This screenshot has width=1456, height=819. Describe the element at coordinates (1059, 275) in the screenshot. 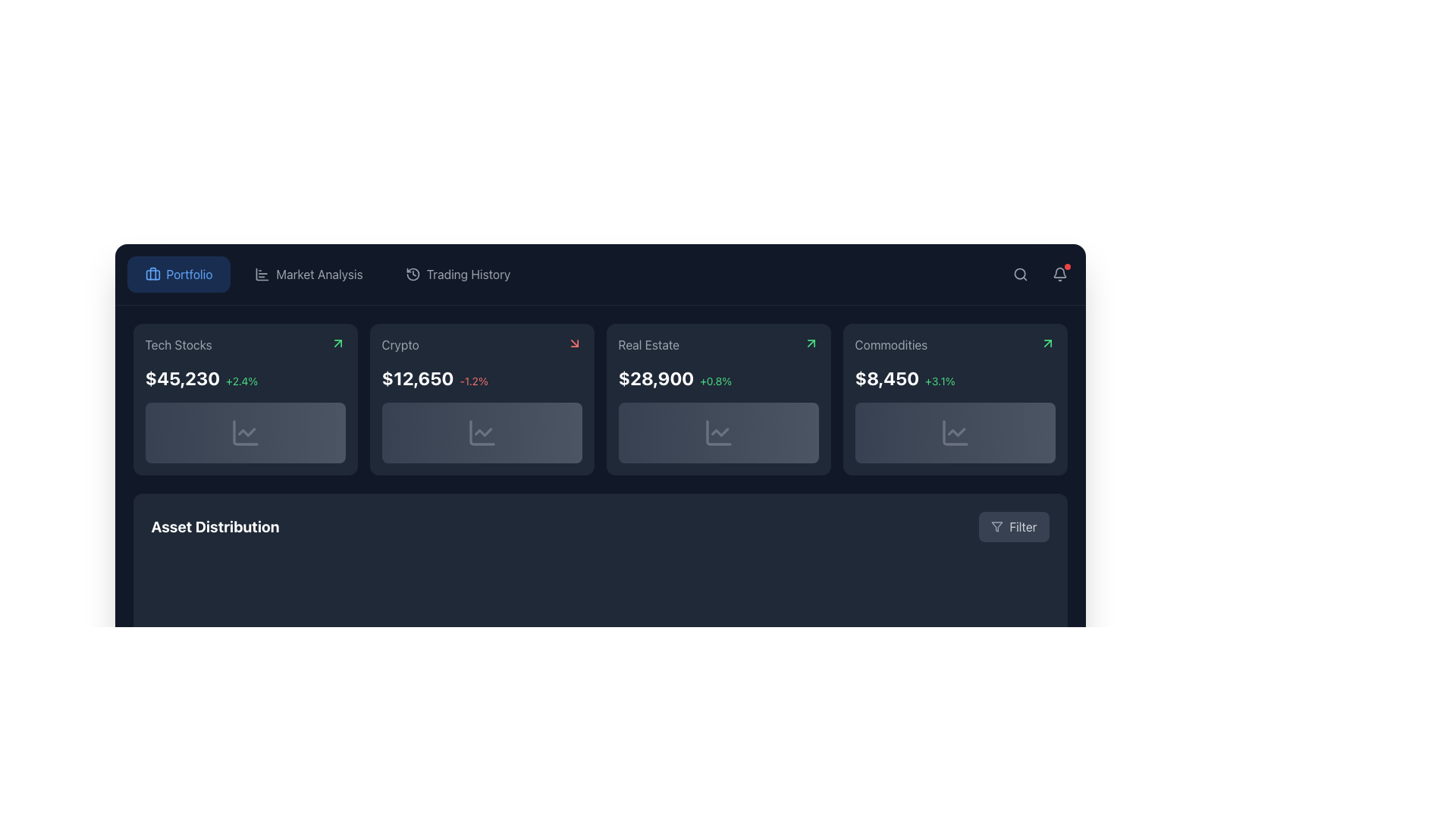

I see `the notifications icon located in the rightmost section of the top navigation bar` at that location.